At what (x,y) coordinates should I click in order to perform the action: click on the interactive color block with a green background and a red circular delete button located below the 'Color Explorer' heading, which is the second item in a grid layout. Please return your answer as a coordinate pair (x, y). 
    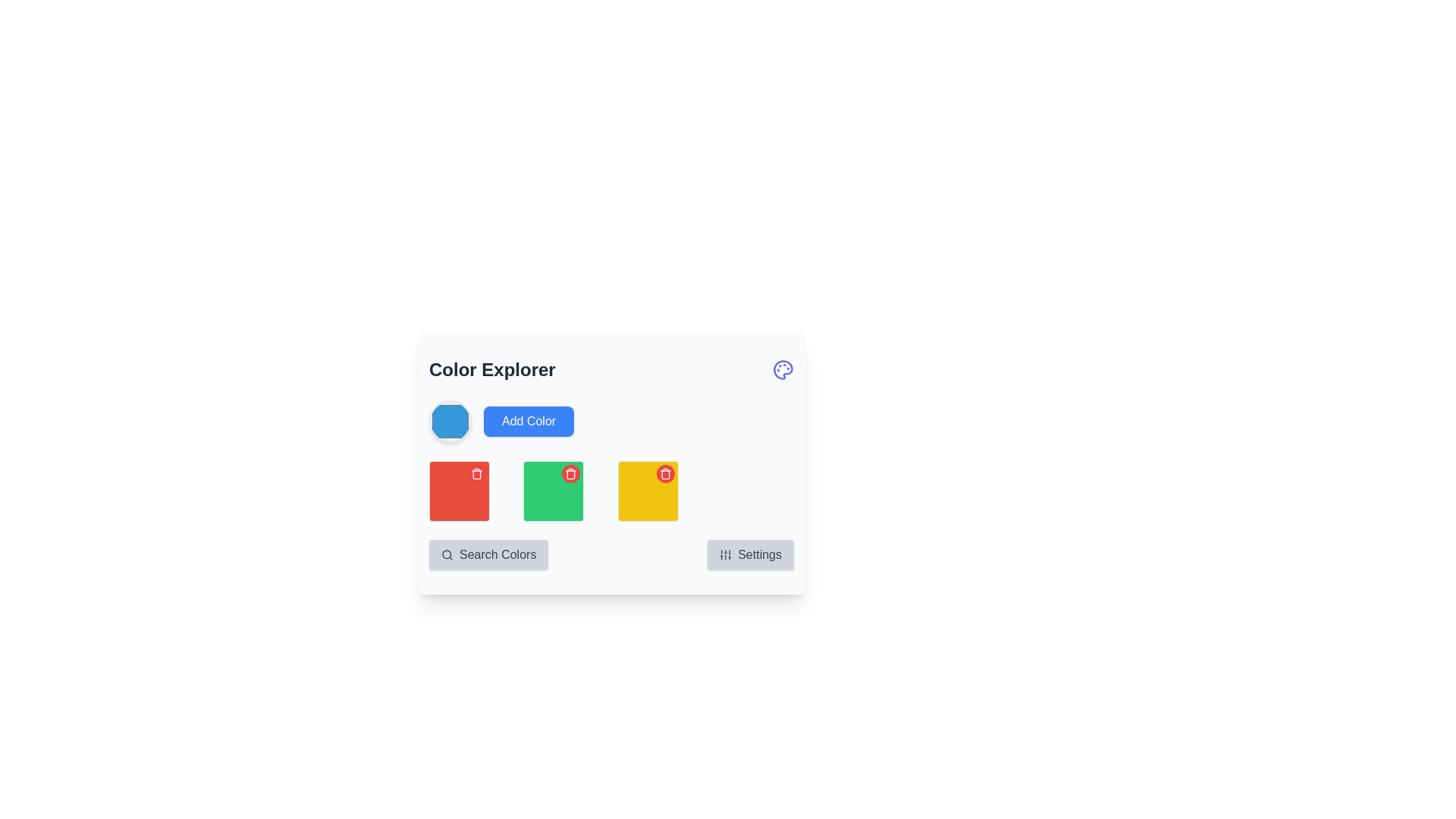
    Looking at the image, I should click on (553, 491).